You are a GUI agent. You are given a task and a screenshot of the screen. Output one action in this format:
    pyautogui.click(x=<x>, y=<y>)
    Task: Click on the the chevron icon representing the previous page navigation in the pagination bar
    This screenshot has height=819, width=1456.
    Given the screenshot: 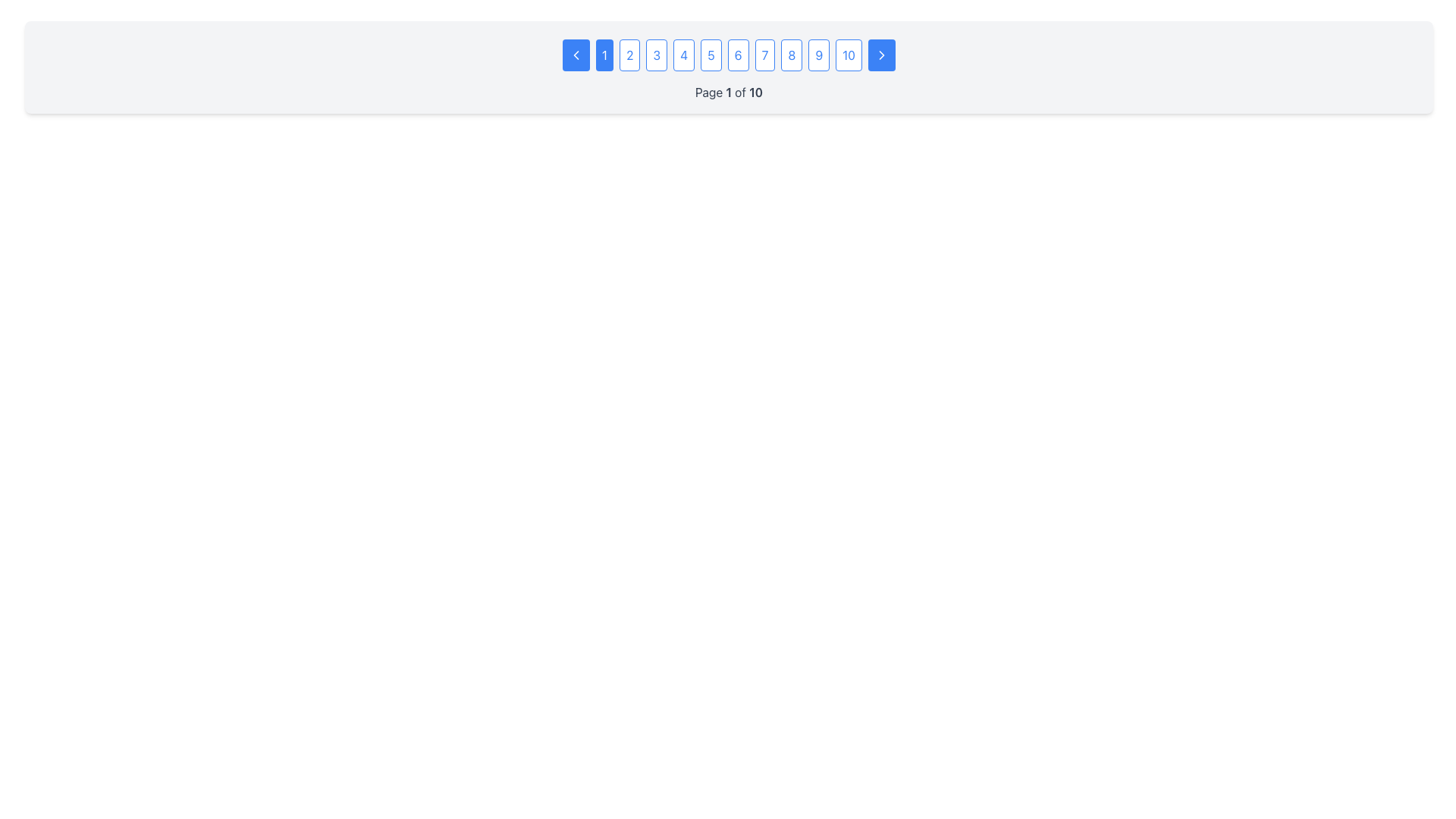 What is the action you would take?
    pyautogui.click(x=575, y=55)
    